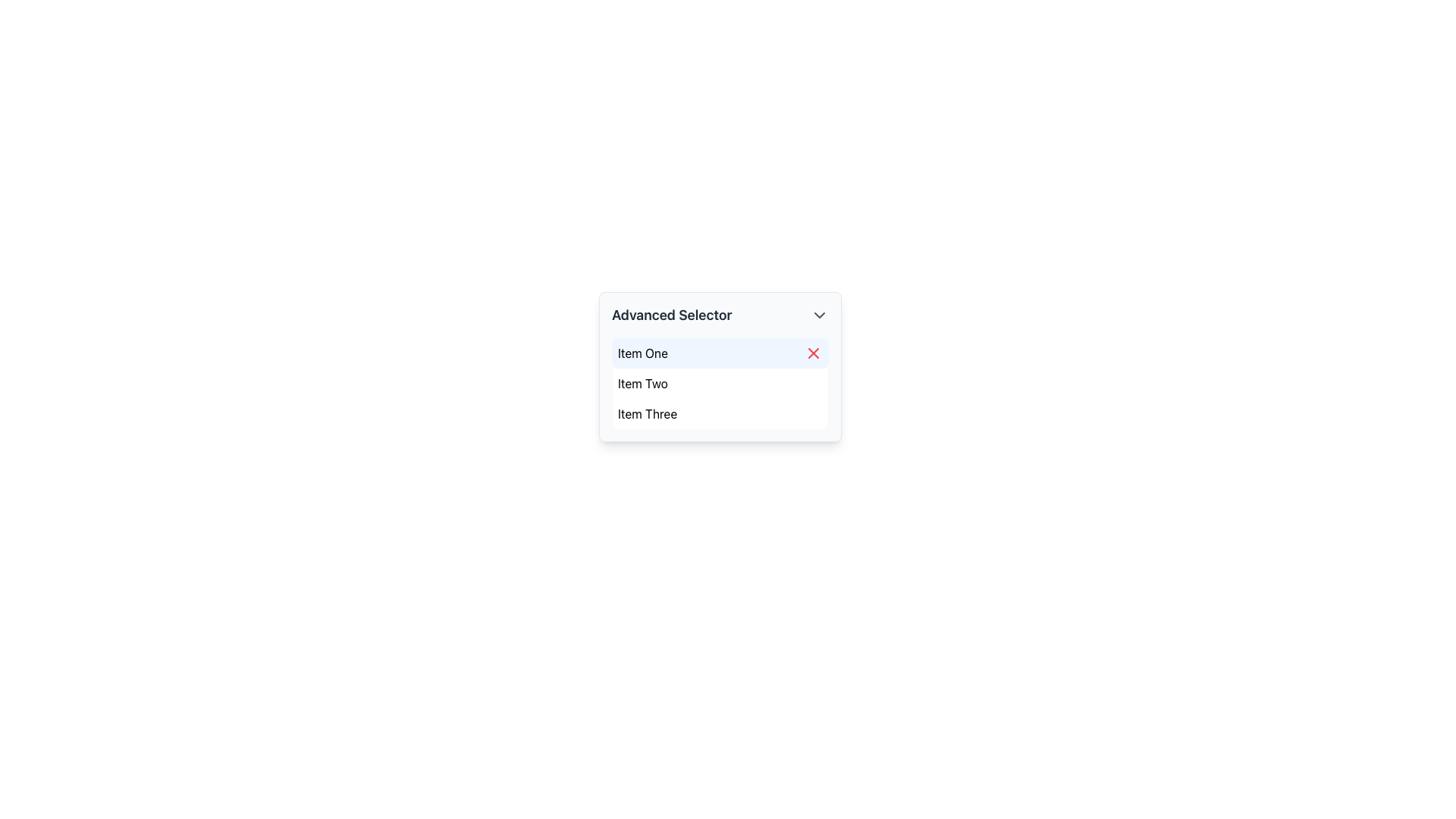 This screenshot has width=1456, height=819. What do you see at coordinates (720, 315) in the screenshot?
I see `the Dropdown Header element to interact with the options available in the dropdown menu` at bounding box center [720, 315].